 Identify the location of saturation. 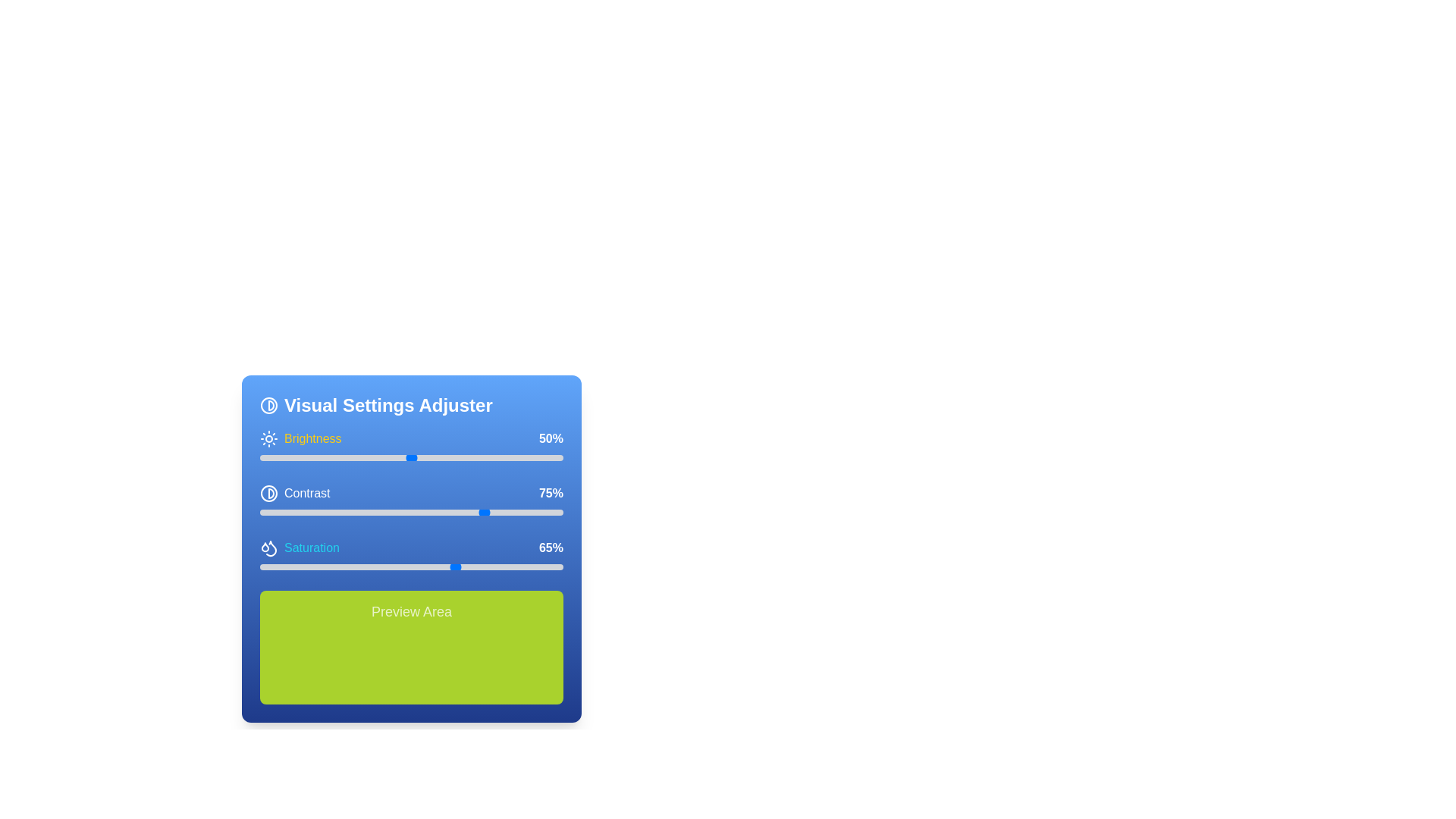
(290, 567).